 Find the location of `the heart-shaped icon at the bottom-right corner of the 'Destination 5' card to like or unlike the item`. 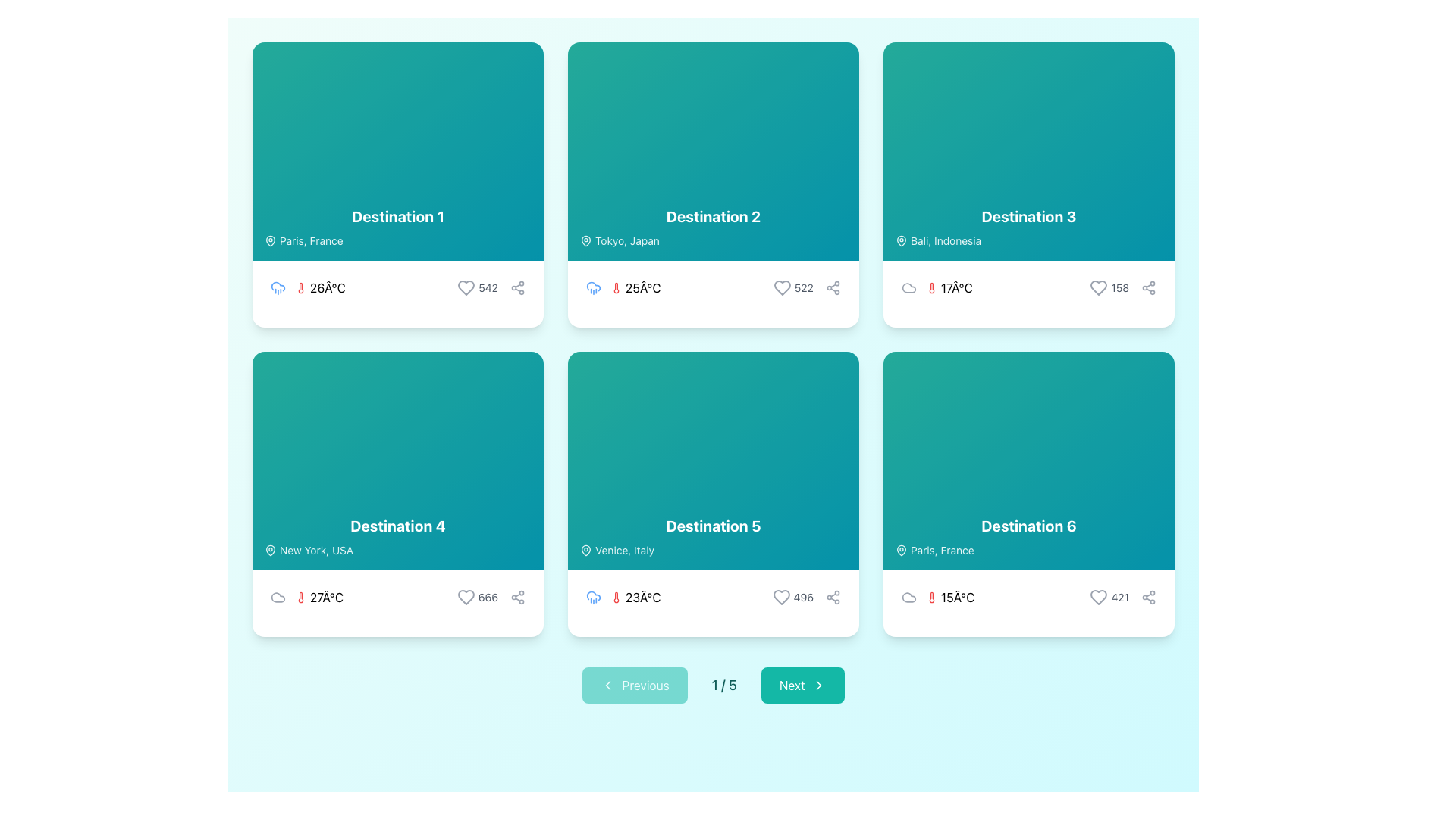

the heart-shaped icon at the bottom-right corner of the 'Destination 5' card to like or unlike the item is located at coordinates (781, 596).